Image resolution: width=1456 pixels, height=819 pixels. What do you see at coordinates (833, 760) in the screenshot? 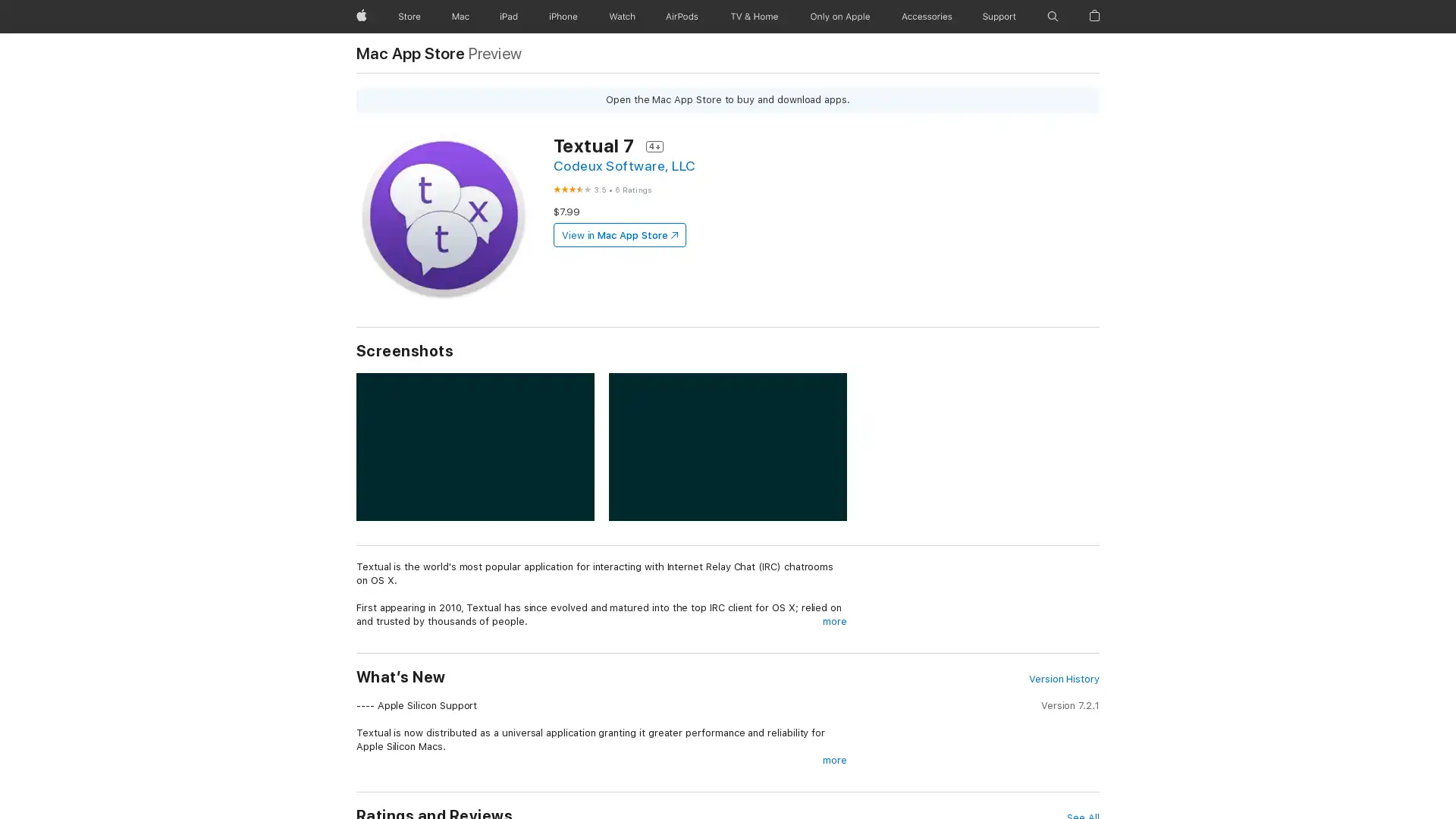
I see `more` at bounding box center [833, 760].